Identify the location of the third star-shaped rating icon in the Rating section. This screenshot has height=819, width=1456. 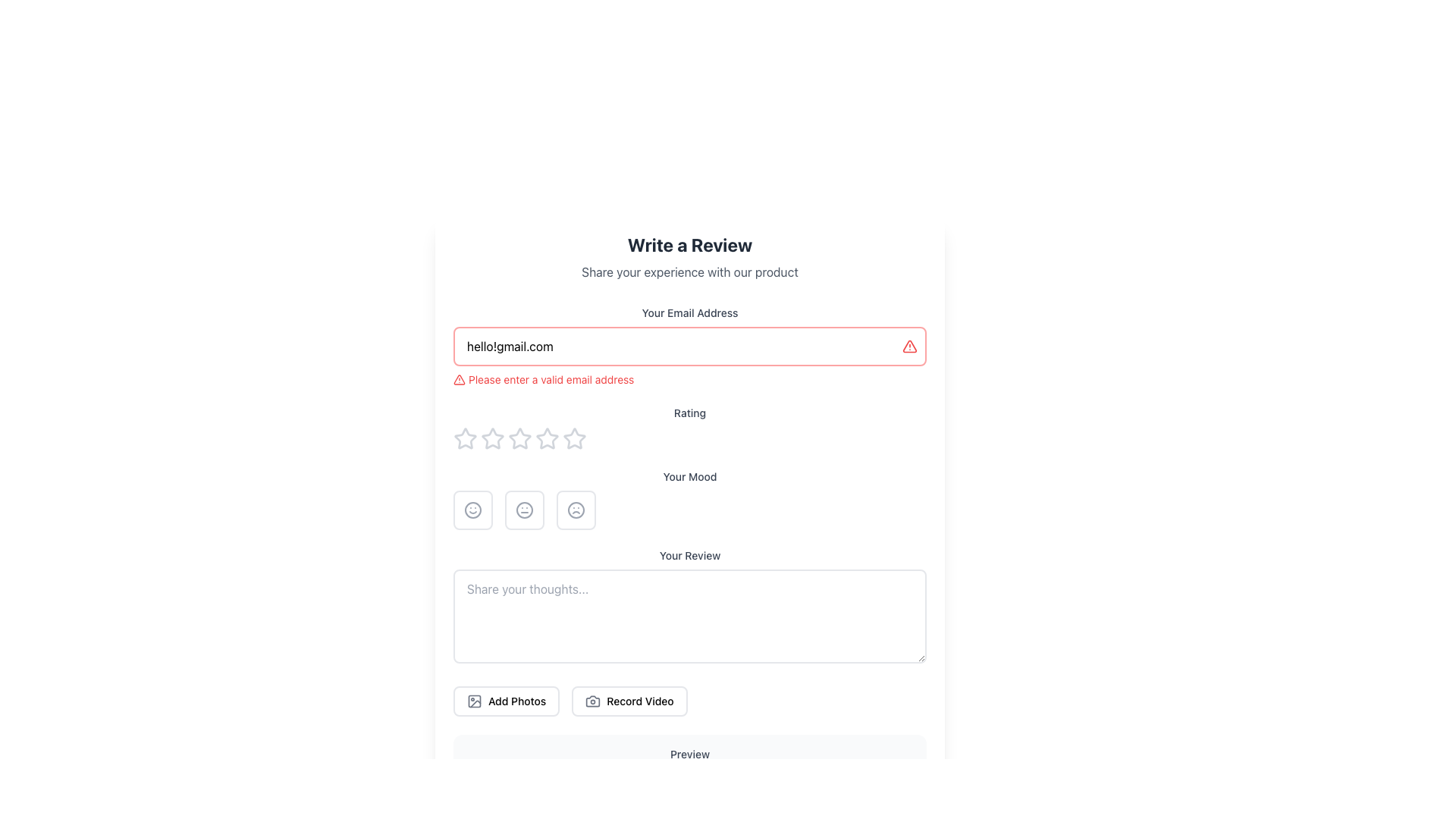
(546, 438).